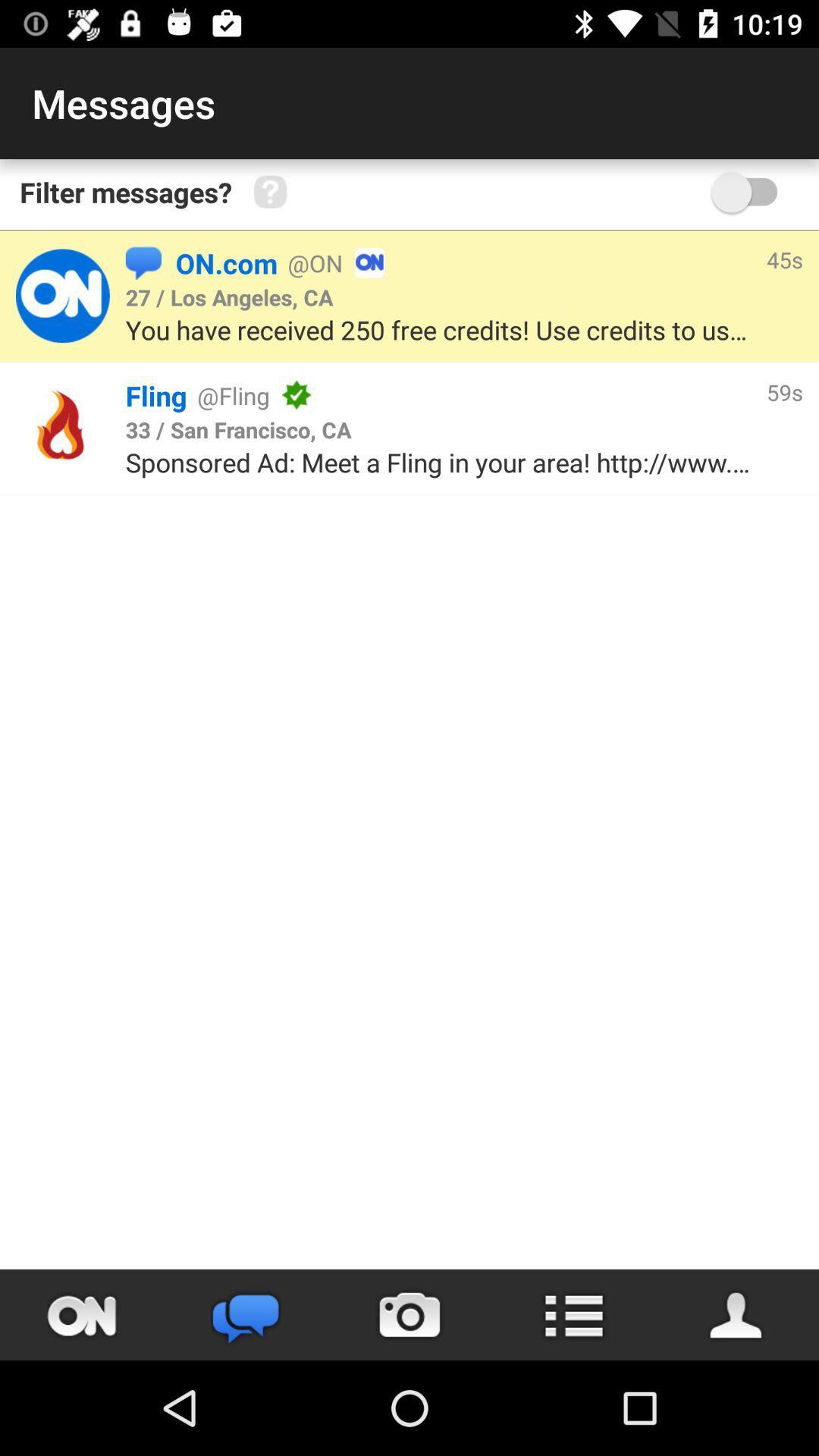 The width and height of the screenshot is (819, 1456). I want to click on switch chat option, so click(245, 1314).